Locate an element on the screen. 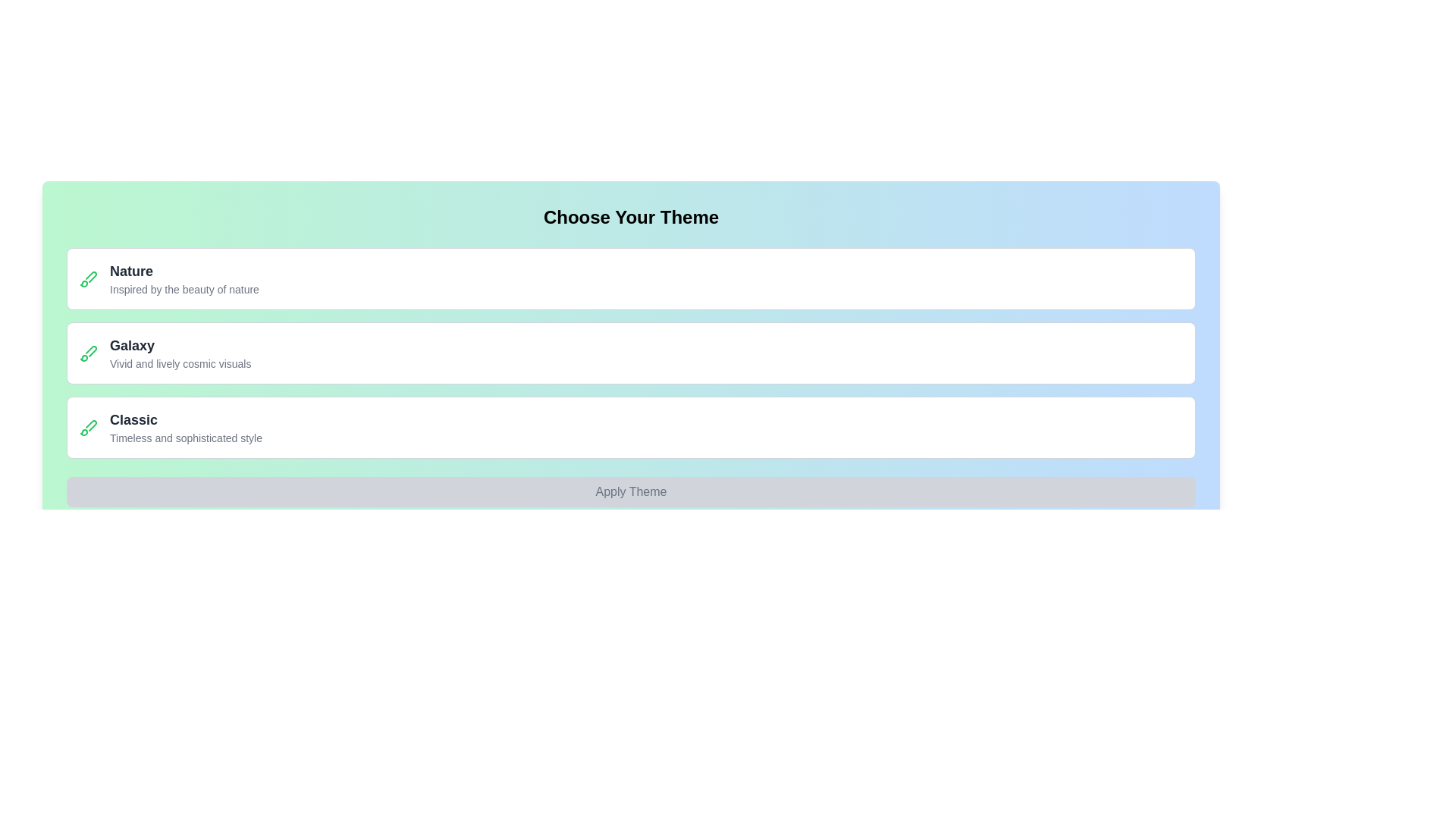 This screenshot has width=1456, height=819. the 'Nature' themed icon, represented by a brush, located at the far-left of the card labeled 'Nature Inspired by the beauty of nature' is located at coordinates (87, 278).